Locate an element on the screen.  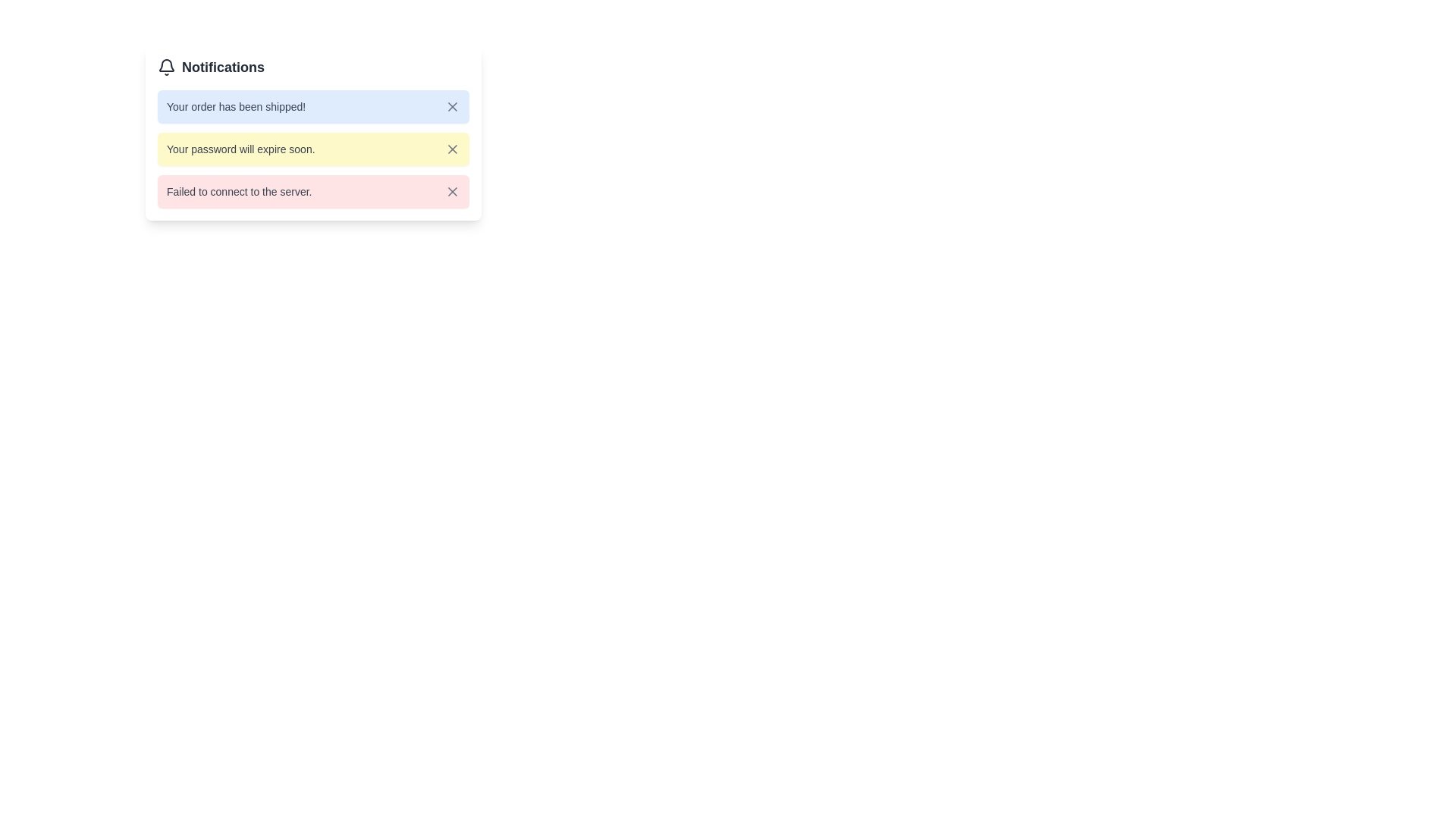
the Close icon located in the top-right corner of the third notification with a red background and the text 'Failed to connect to the server' is located at coordinates (451, 191).